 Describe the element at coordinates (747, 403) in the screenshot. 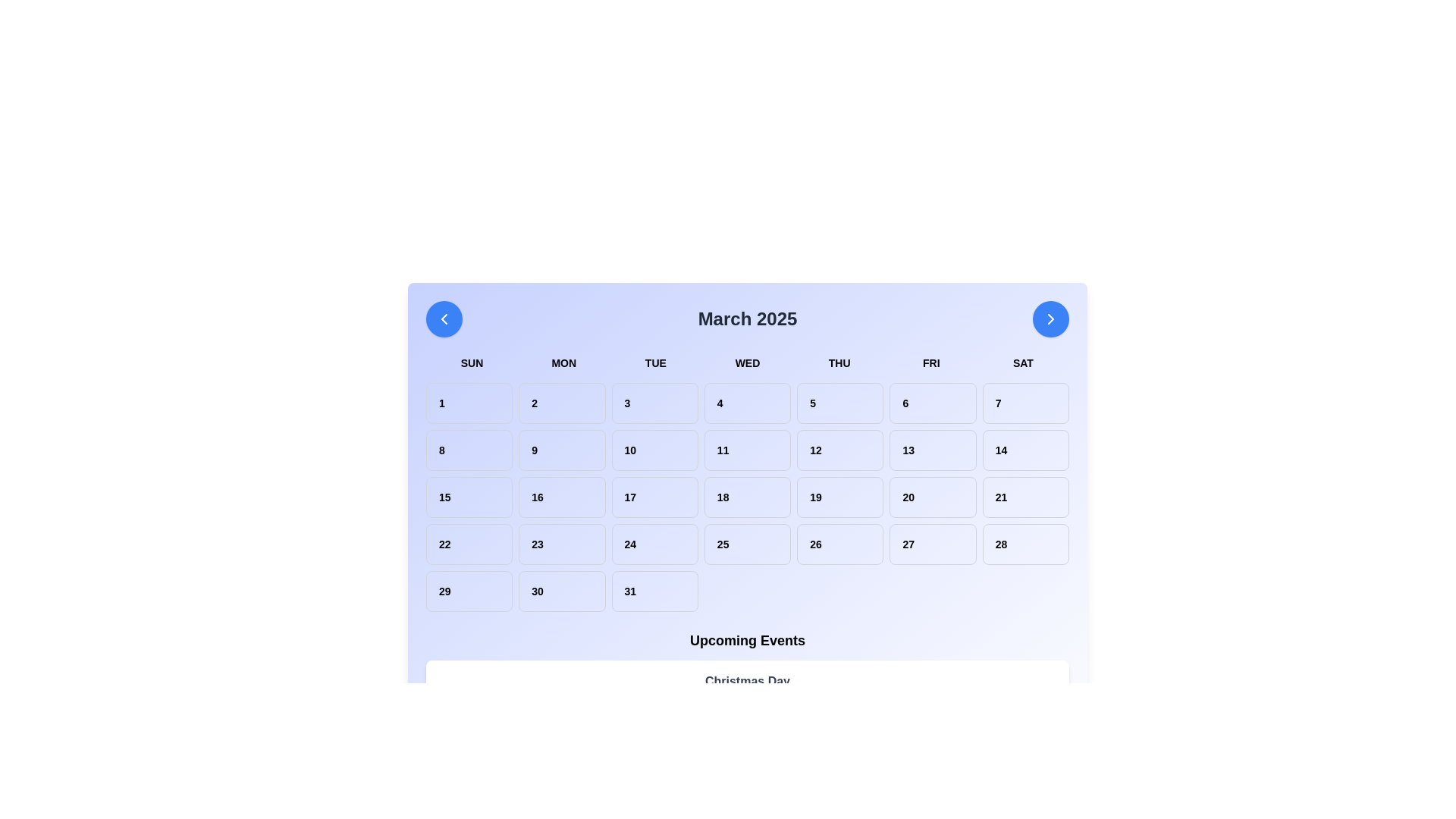

I see `the date number '4' inside the calendar cell for Wednesday, March 4th` at that location.